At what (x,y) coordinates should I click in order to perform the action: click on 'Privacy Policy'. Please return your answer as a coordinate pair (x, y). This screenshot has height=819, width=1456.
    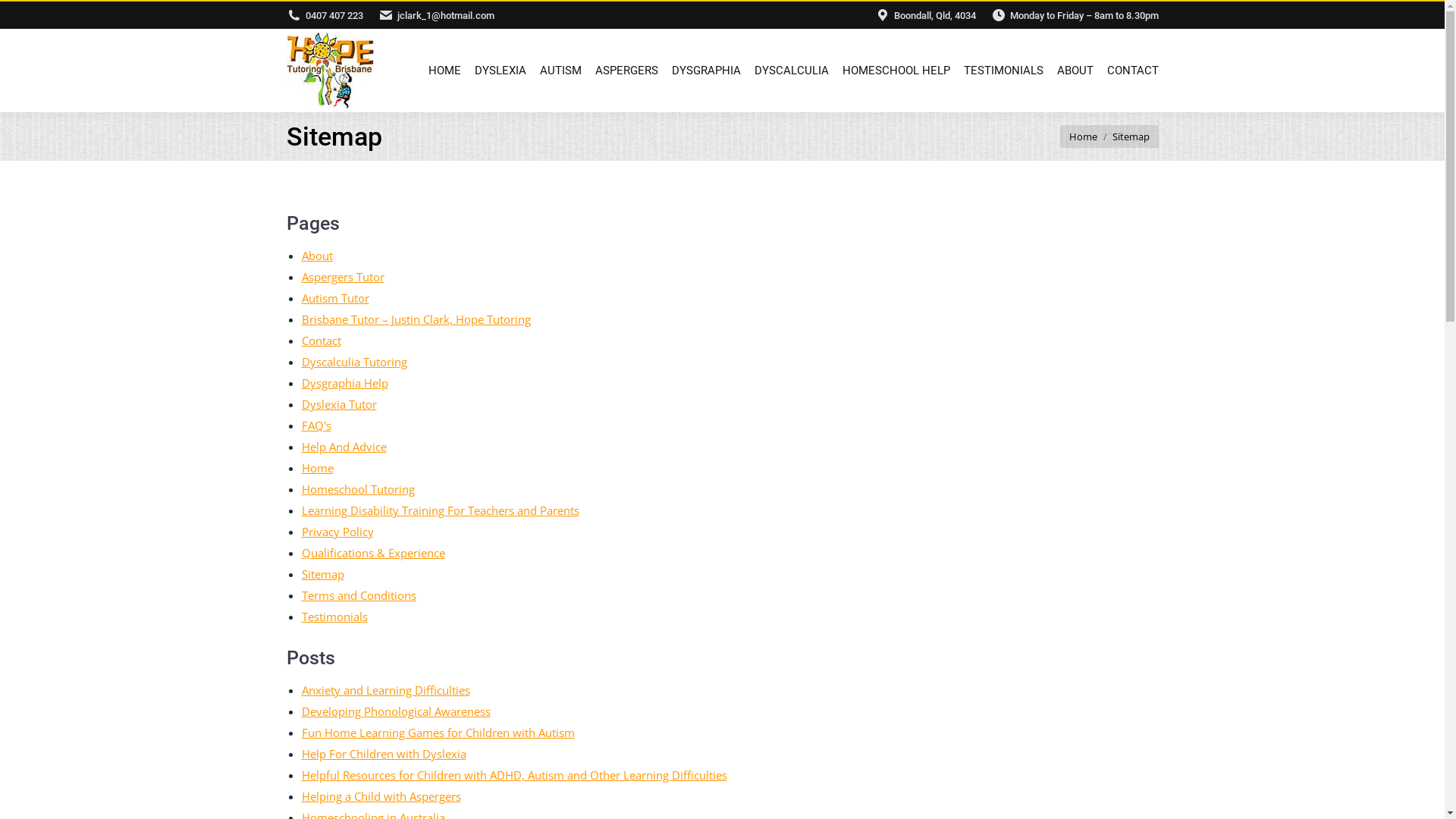
    Looking at the image, I should click on (337, 531).